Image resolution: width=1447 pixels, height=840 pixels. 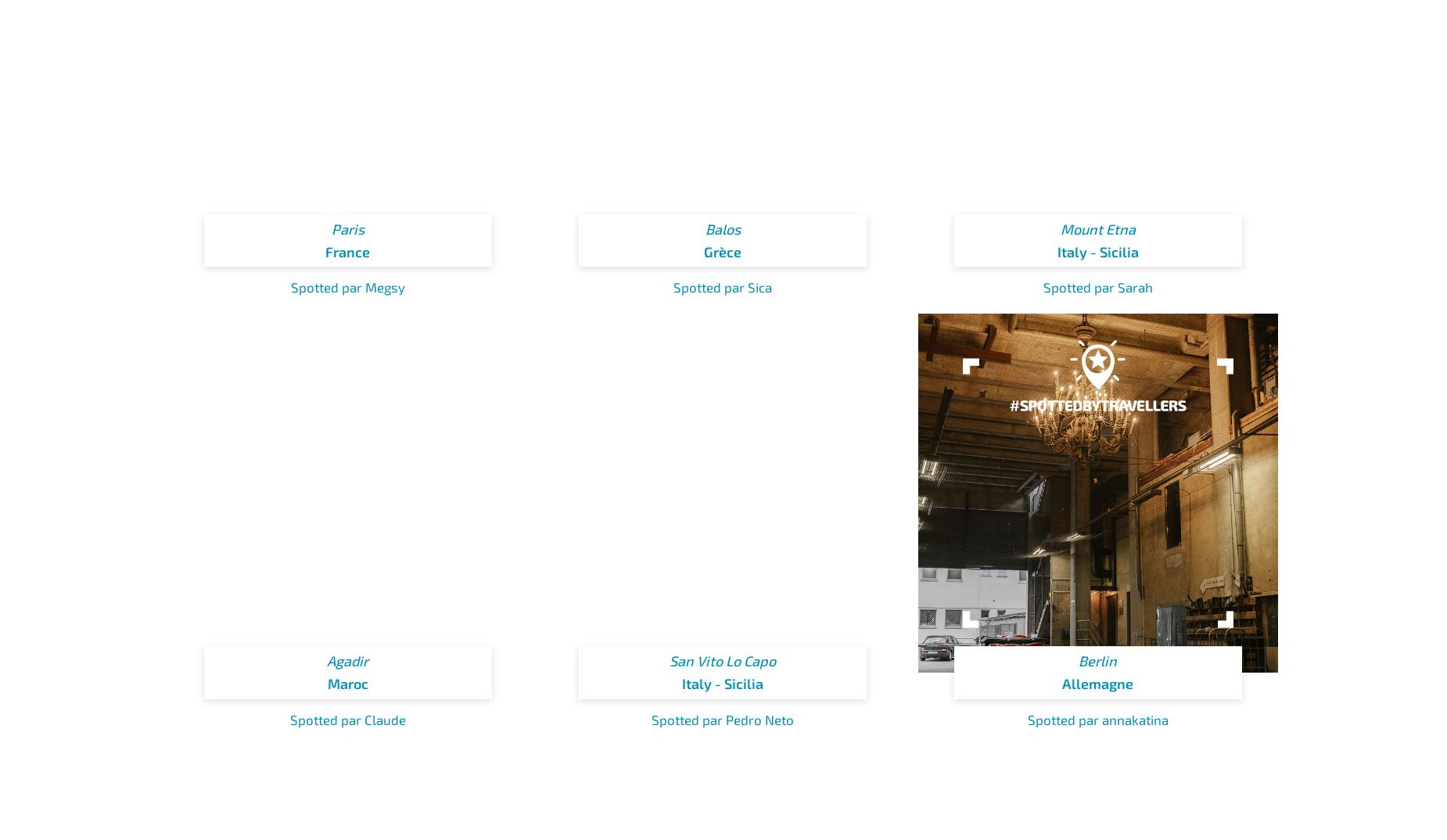 I want to click on 'Maroc', so click(x=346, y=683).